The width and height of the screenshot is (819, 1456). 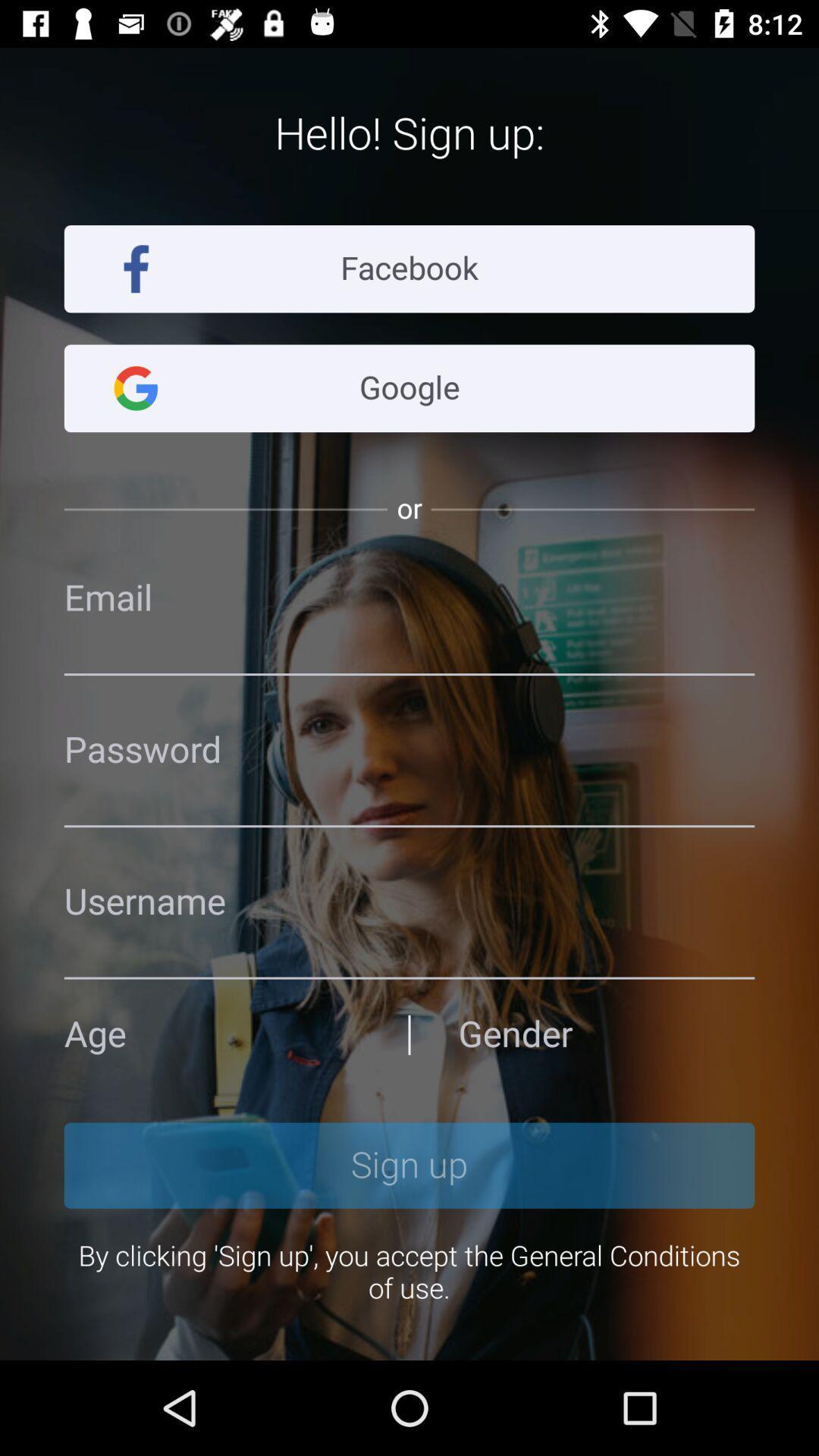 I want to click on write your email, so click(x=409, y=598).